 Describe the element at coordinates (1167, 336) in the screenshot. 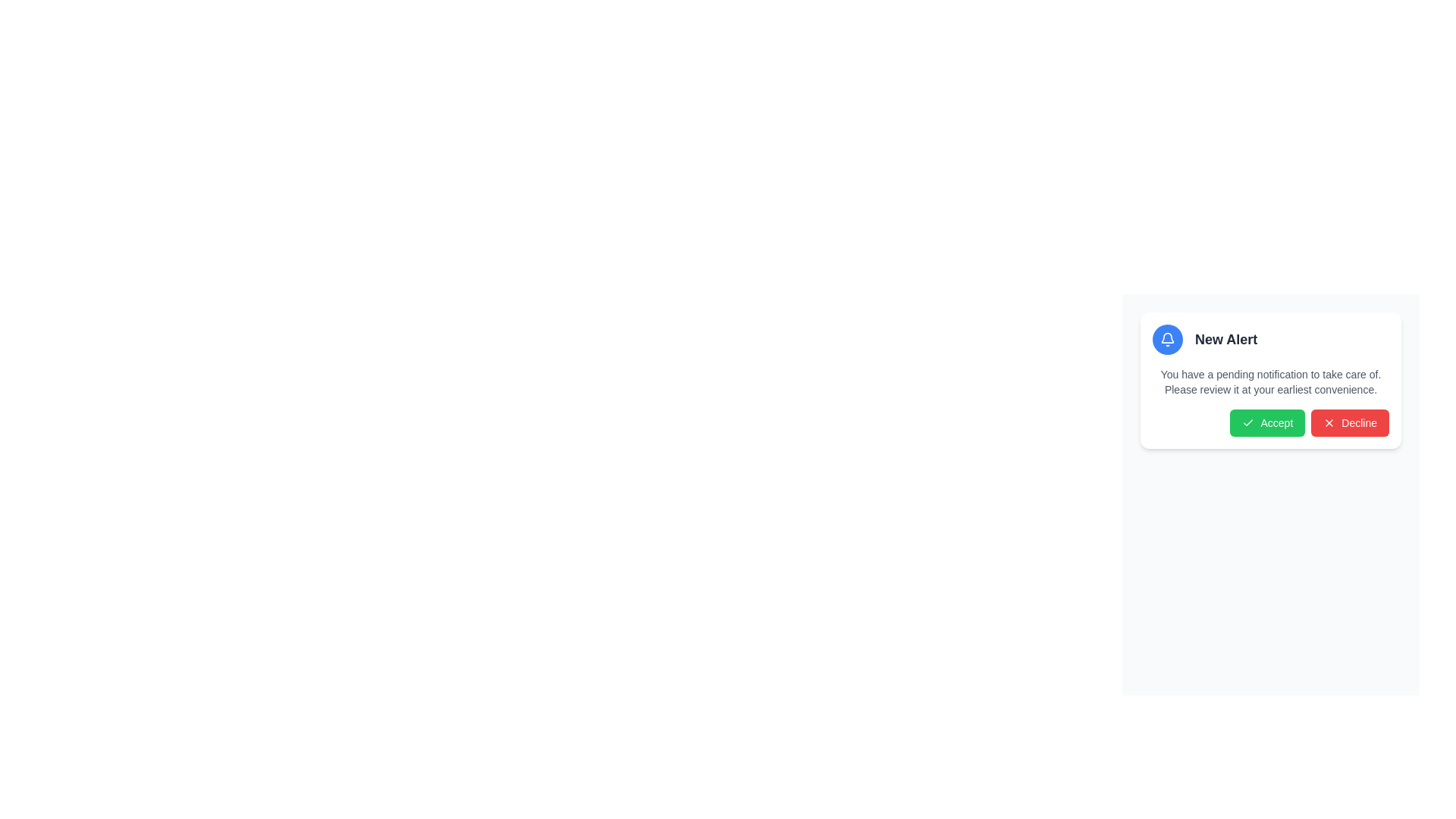

I see `the bell icon located in the top-right of the card-like popup notification to understand its context regarding the alert message` at that location.